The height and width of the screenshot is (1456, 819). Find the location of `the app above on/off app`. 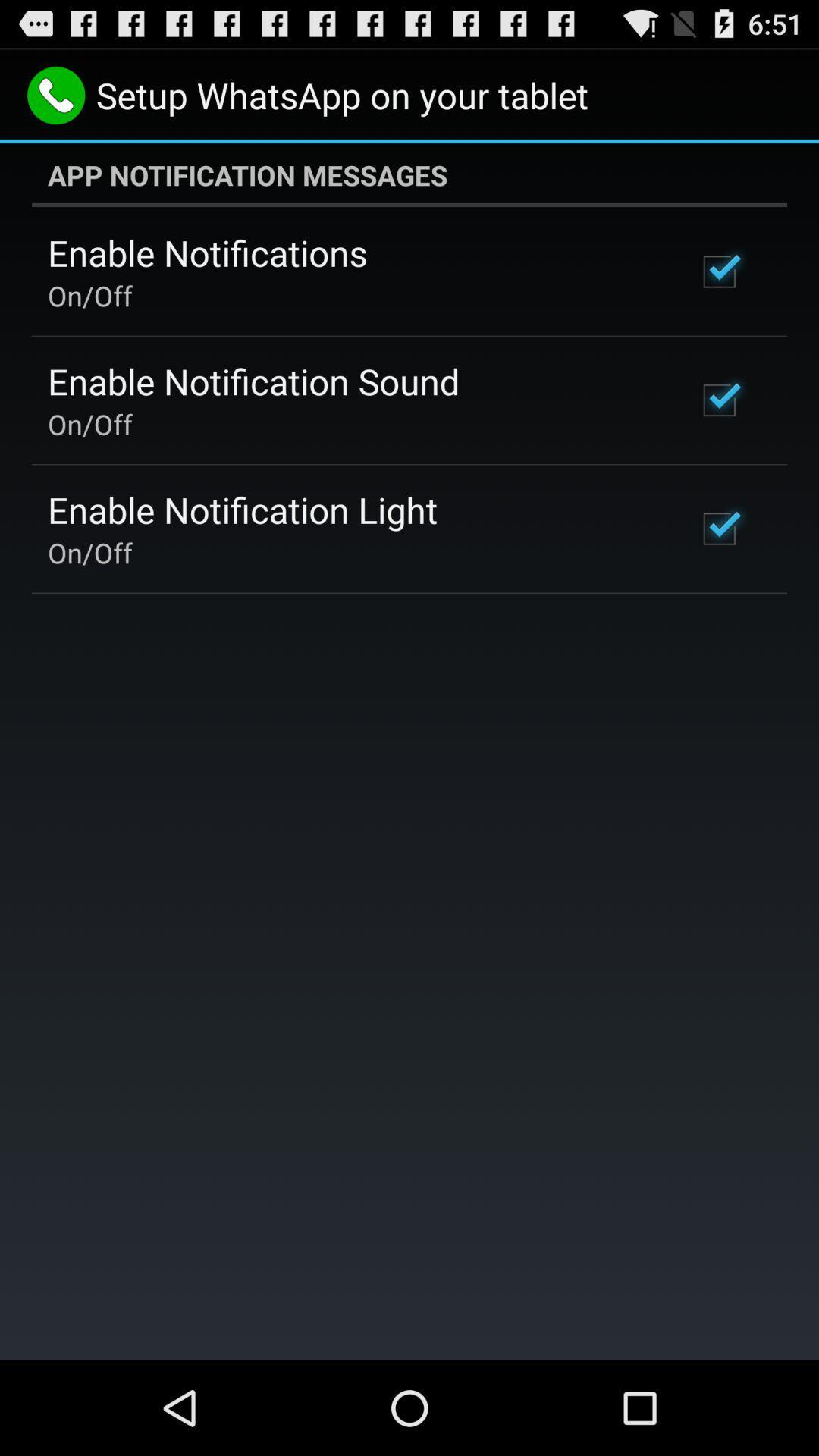

the app above on/off app is located at coordinates (207, 253).